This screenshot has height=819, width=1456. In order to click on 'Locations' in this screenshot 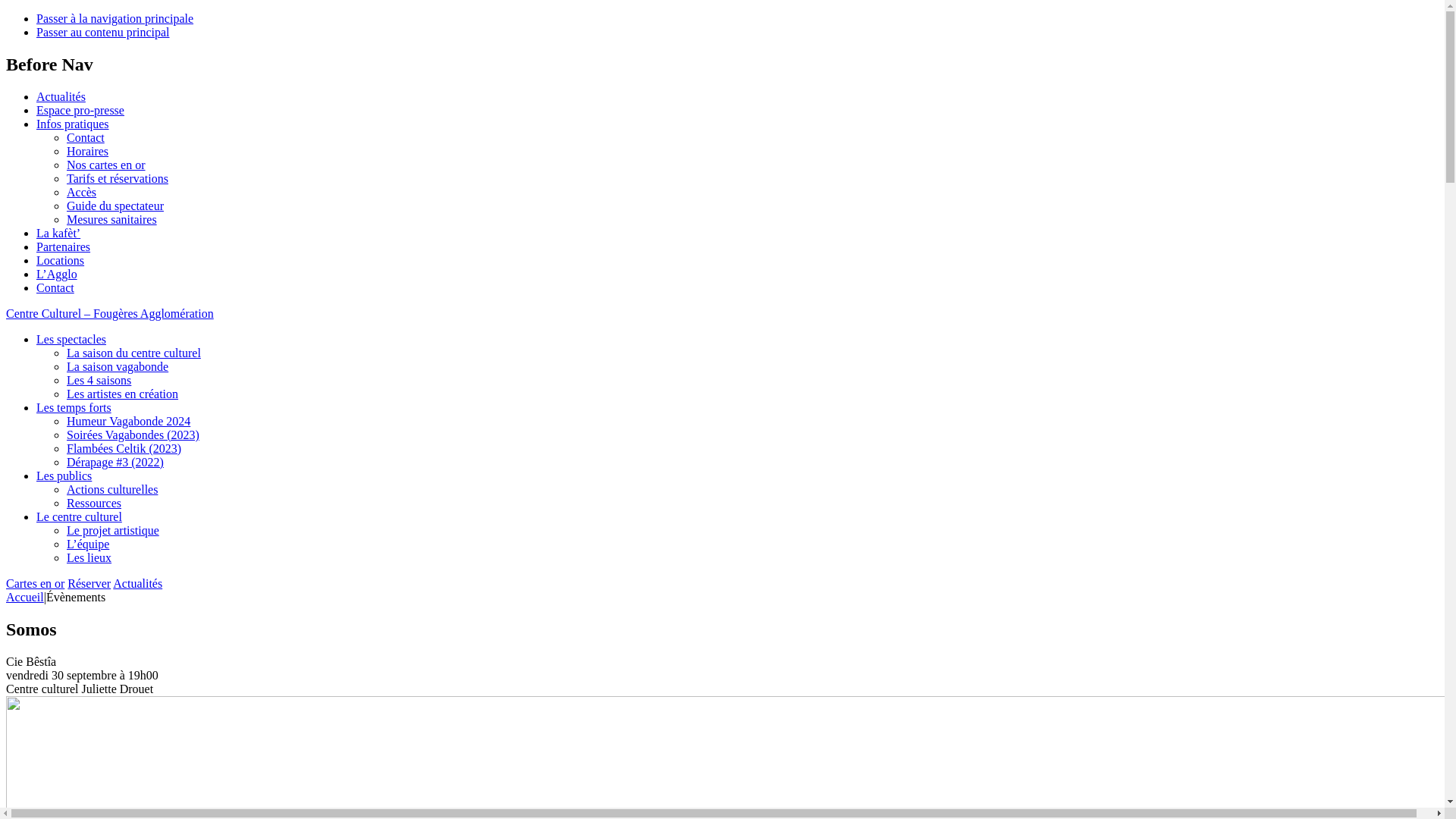, I will do `click(60, 259)`.